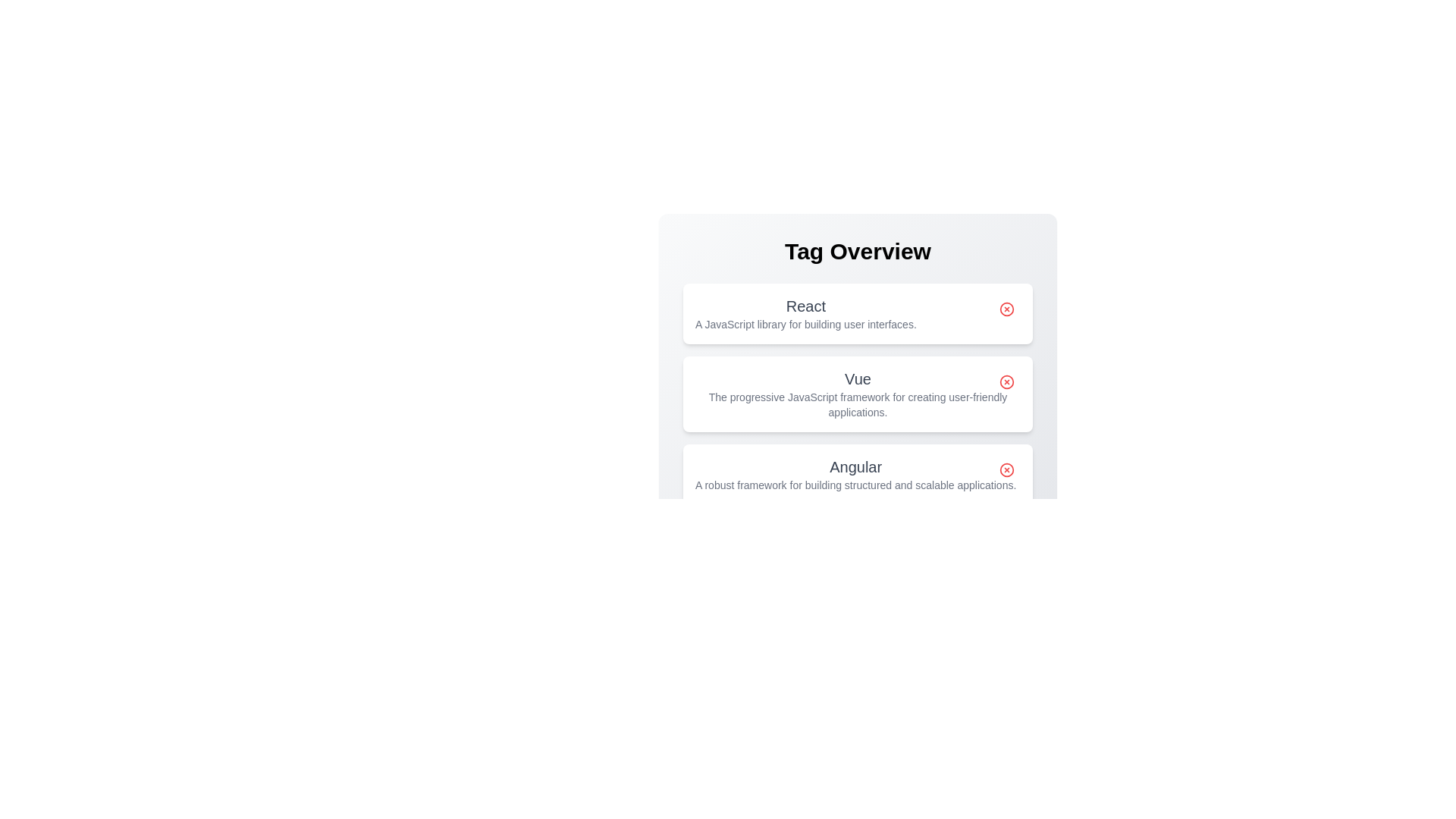 This screenshot has height=819, width=1456. Describe the element at coordinates (805, 312) in the screenshot. I see `the tag React to highlight it` at that location.